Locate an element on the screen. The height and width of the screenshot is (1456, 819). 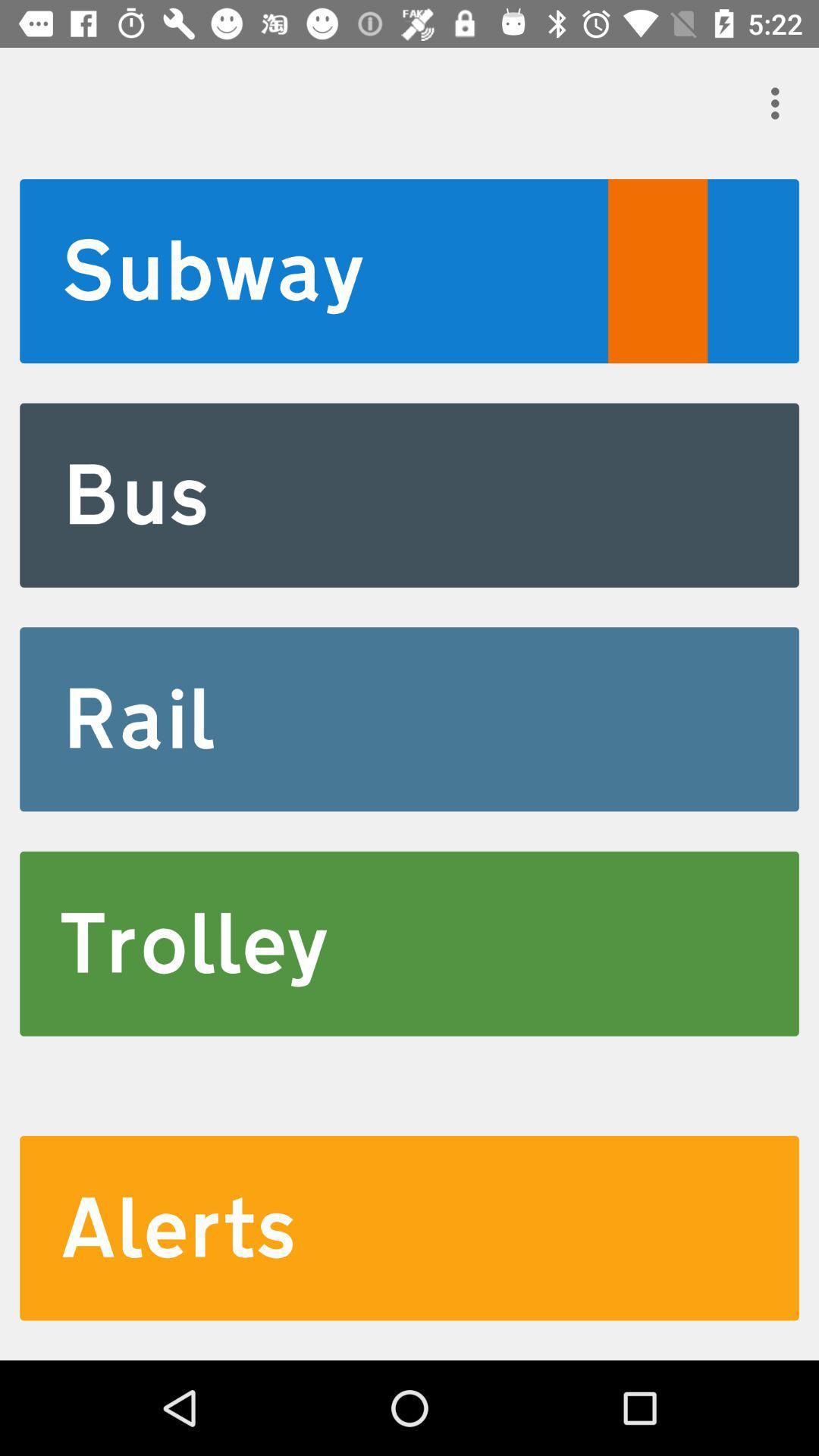
the subway icon is located at coordinates (409, 271).